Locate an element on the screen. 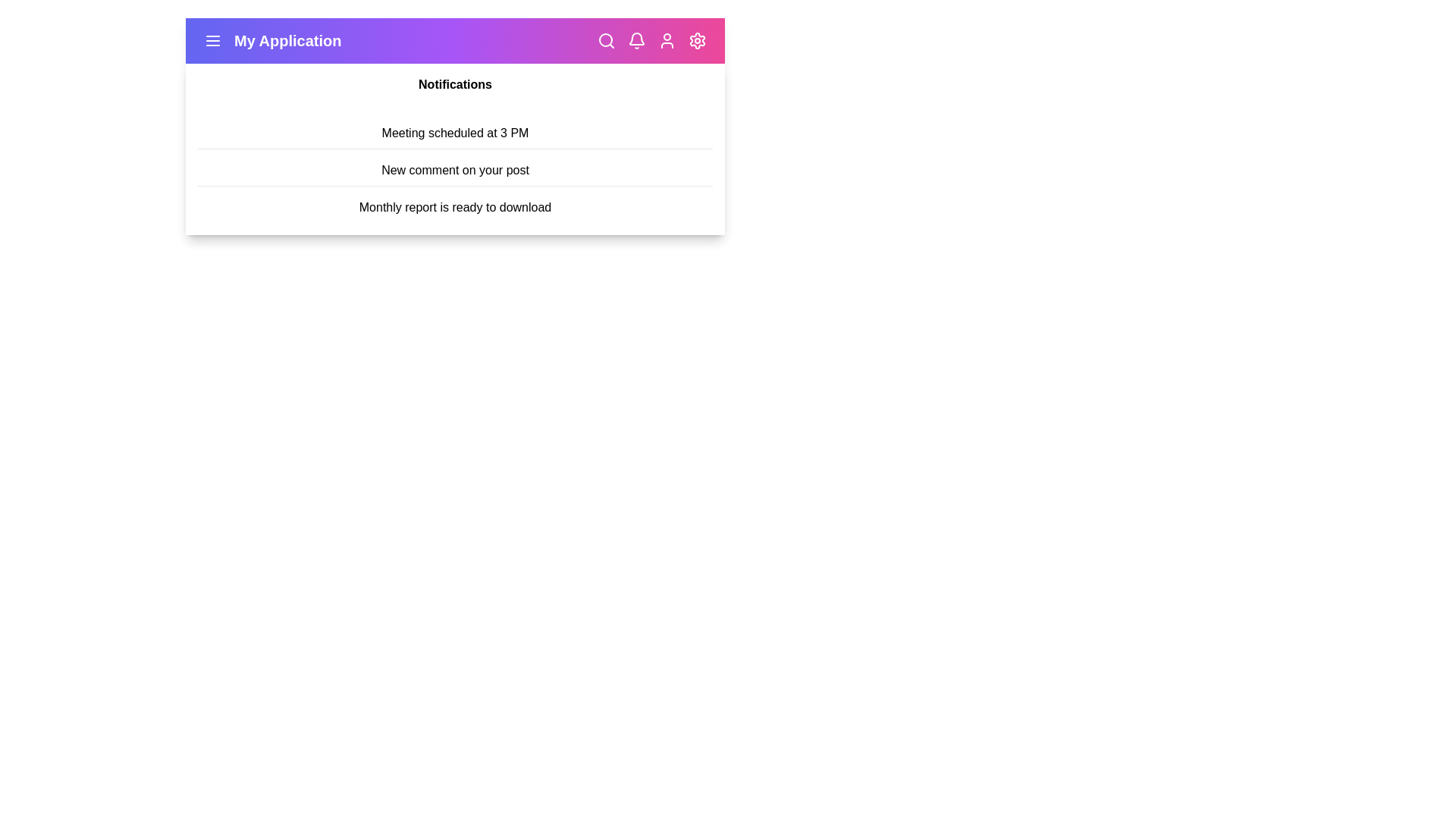  the application title to trigger potential actions is located at coordinates (287, 40).